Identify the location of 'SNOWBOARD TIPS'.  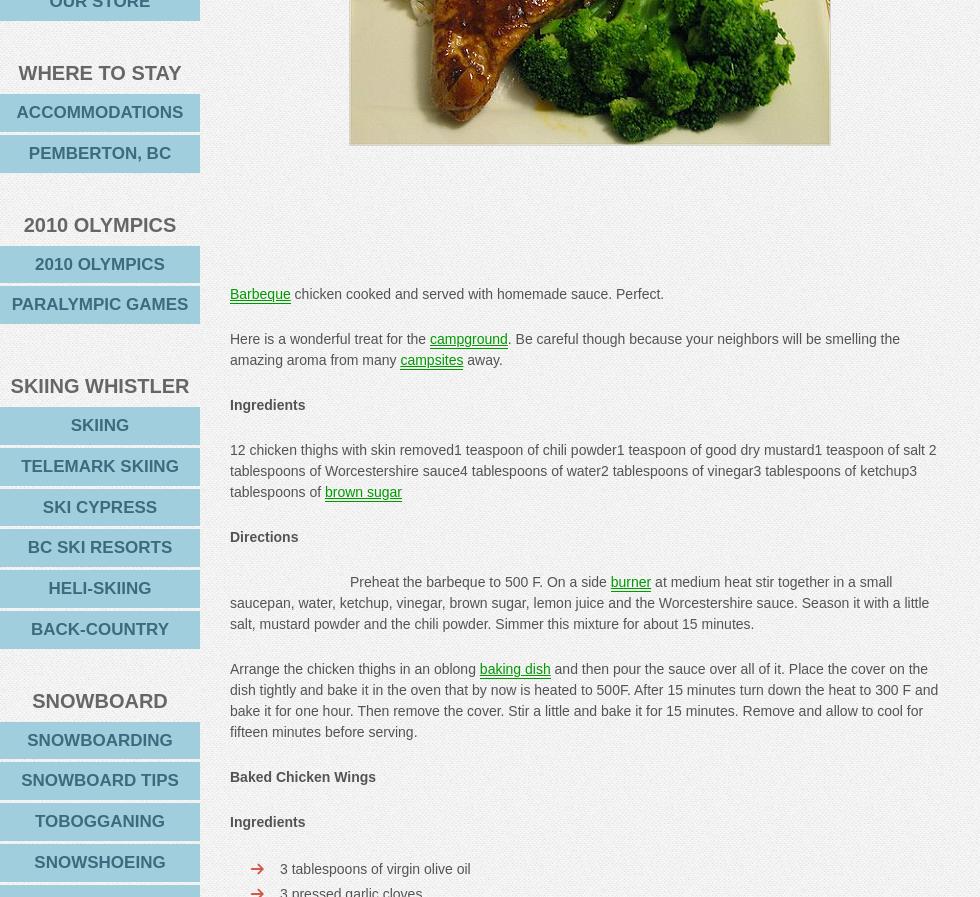
(99, 780).